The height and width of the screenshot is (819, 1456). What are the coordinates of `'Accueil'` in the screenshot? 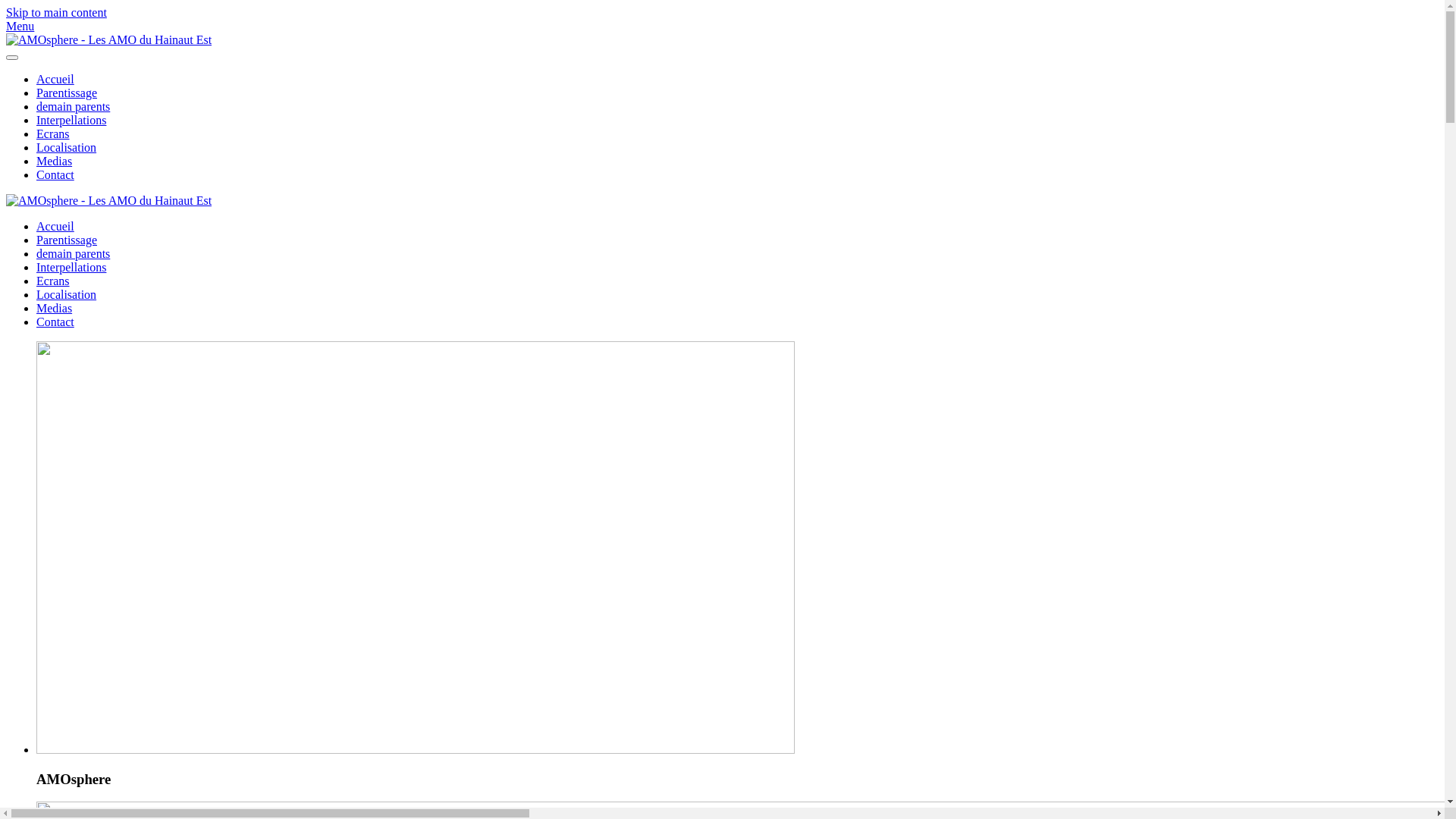 It's located at (55, 226).